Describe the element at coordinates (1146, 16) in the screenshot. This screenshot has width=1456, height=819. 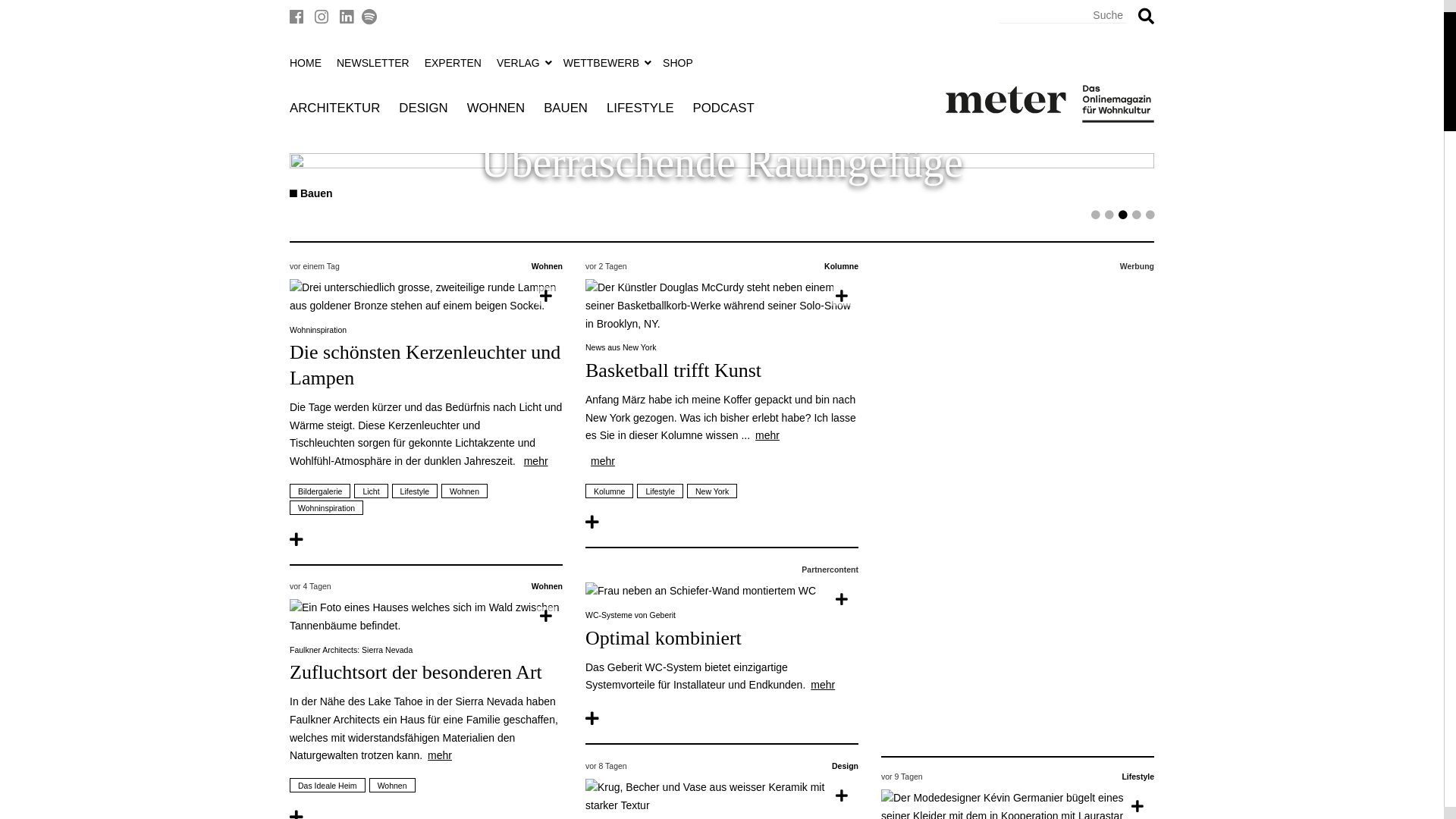
I see `'Suchen'` at that location.